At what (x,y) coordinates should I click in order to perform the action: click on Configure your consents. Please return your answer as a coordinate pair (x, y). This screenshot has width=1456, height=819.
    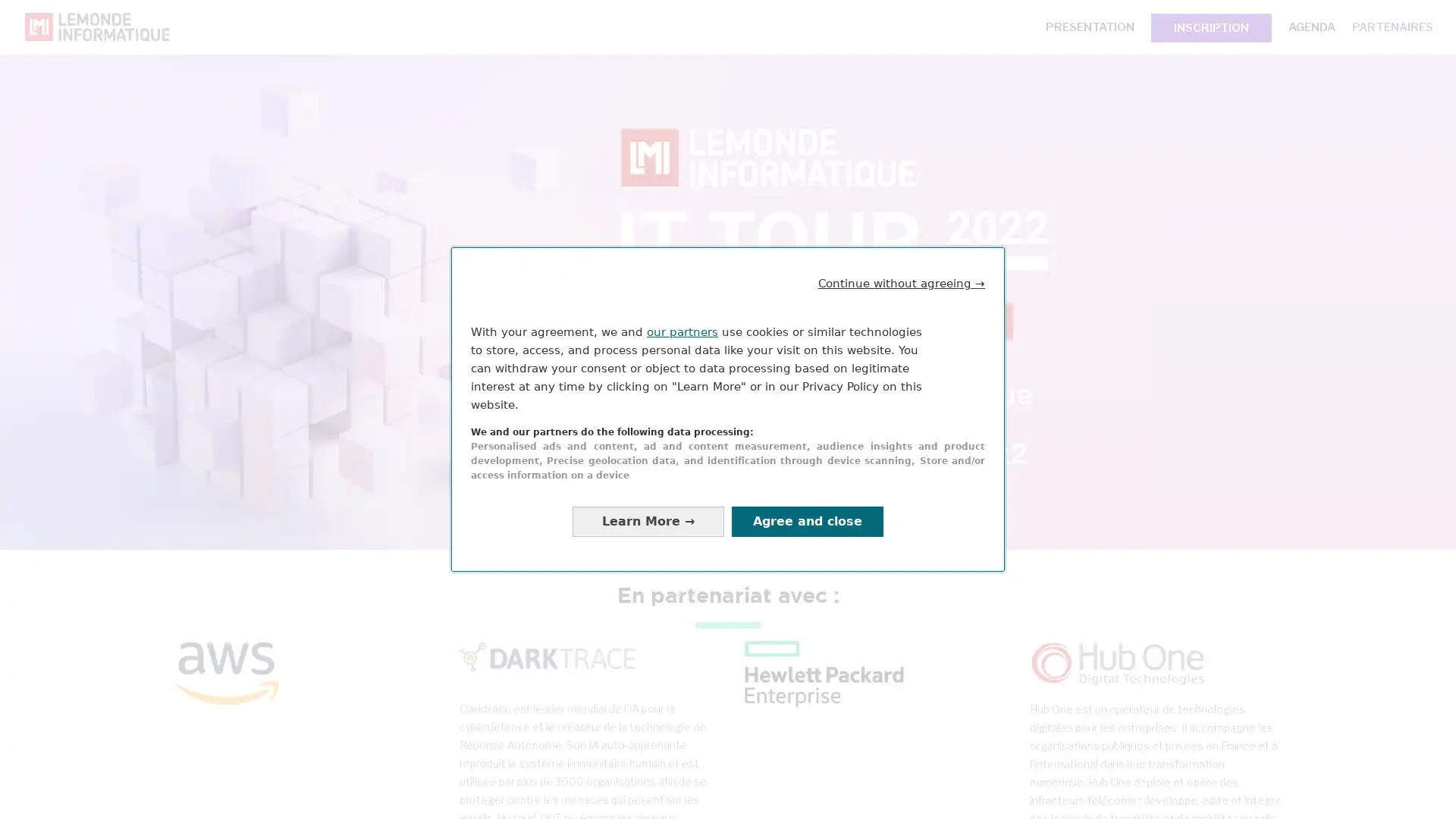
    Looking at the image, I should click on (648, 520).